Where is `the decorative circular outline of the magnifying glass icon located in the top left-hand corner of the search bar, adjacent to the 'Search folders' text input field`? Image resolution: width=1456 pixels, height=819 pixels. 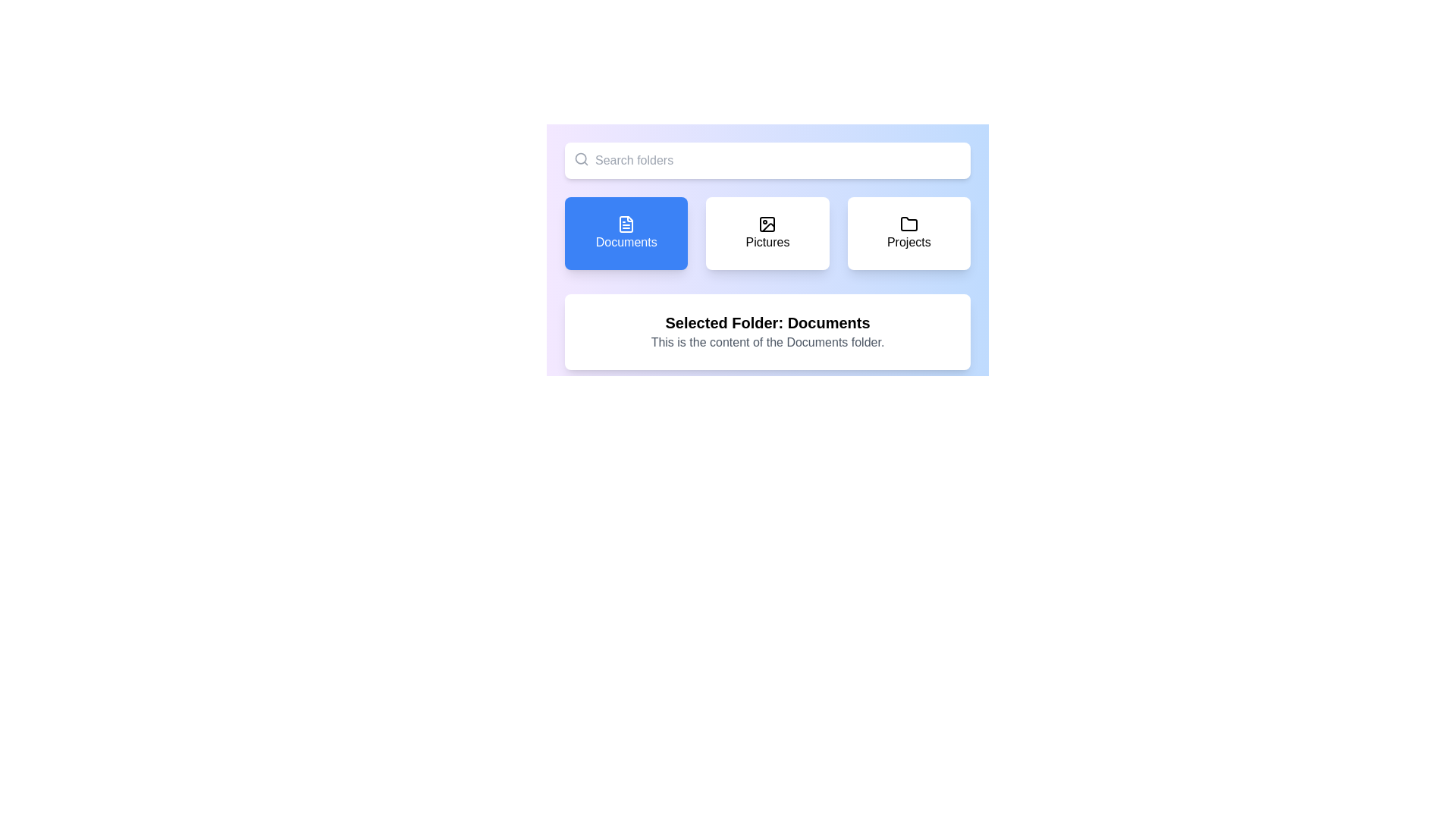 the decorative circular outline of the magnifying glass icon located in the top left-hand corner of the search bar, adjacent to the 'Search folders' text input field is located at coordinates (580, 158).